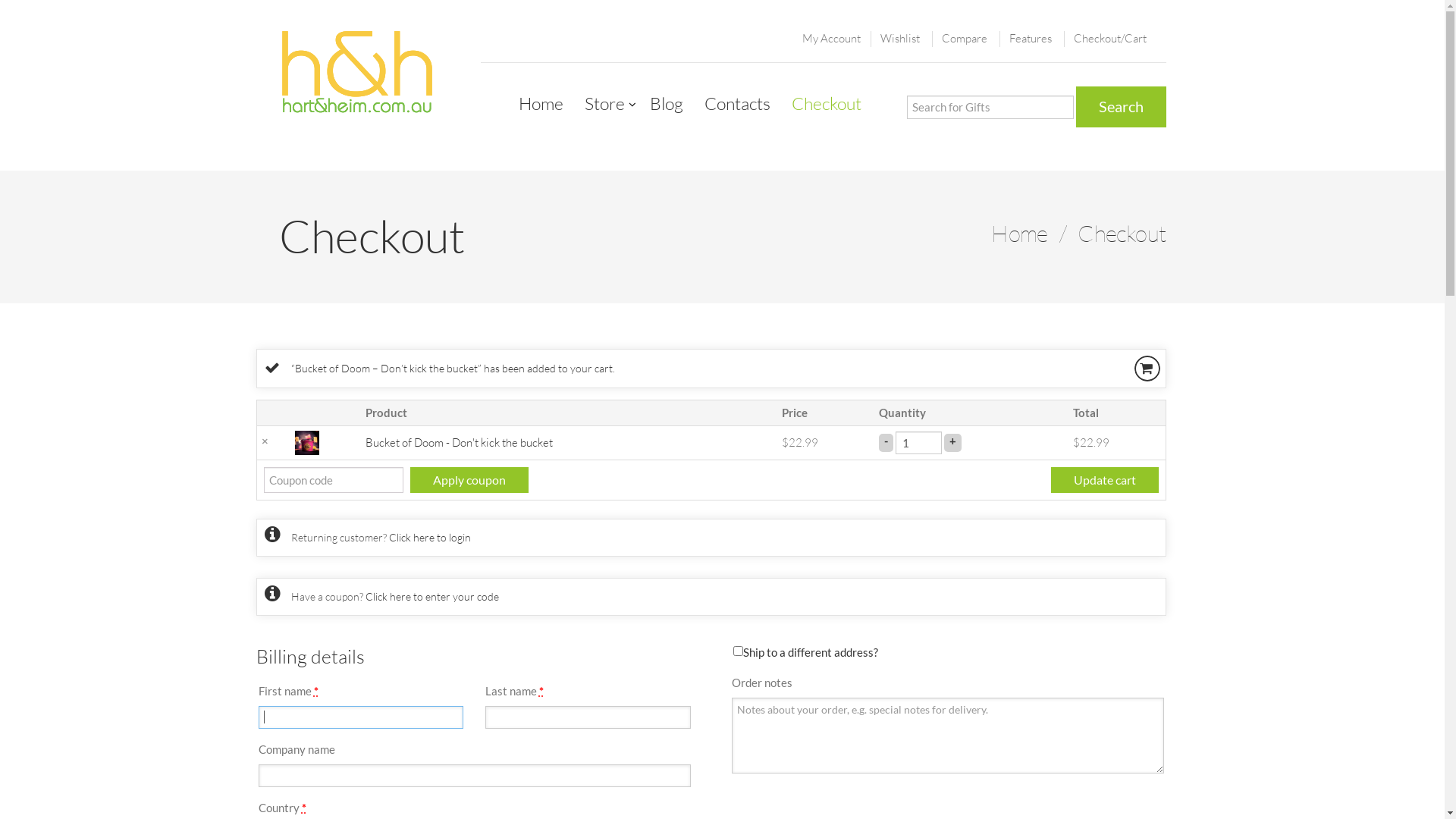 The height and width of the screenshot is (819, 1456). What do you see at coordinates (964, 37) in the screenshot?
I see `'Compare'` at bounding box center [964, 37].